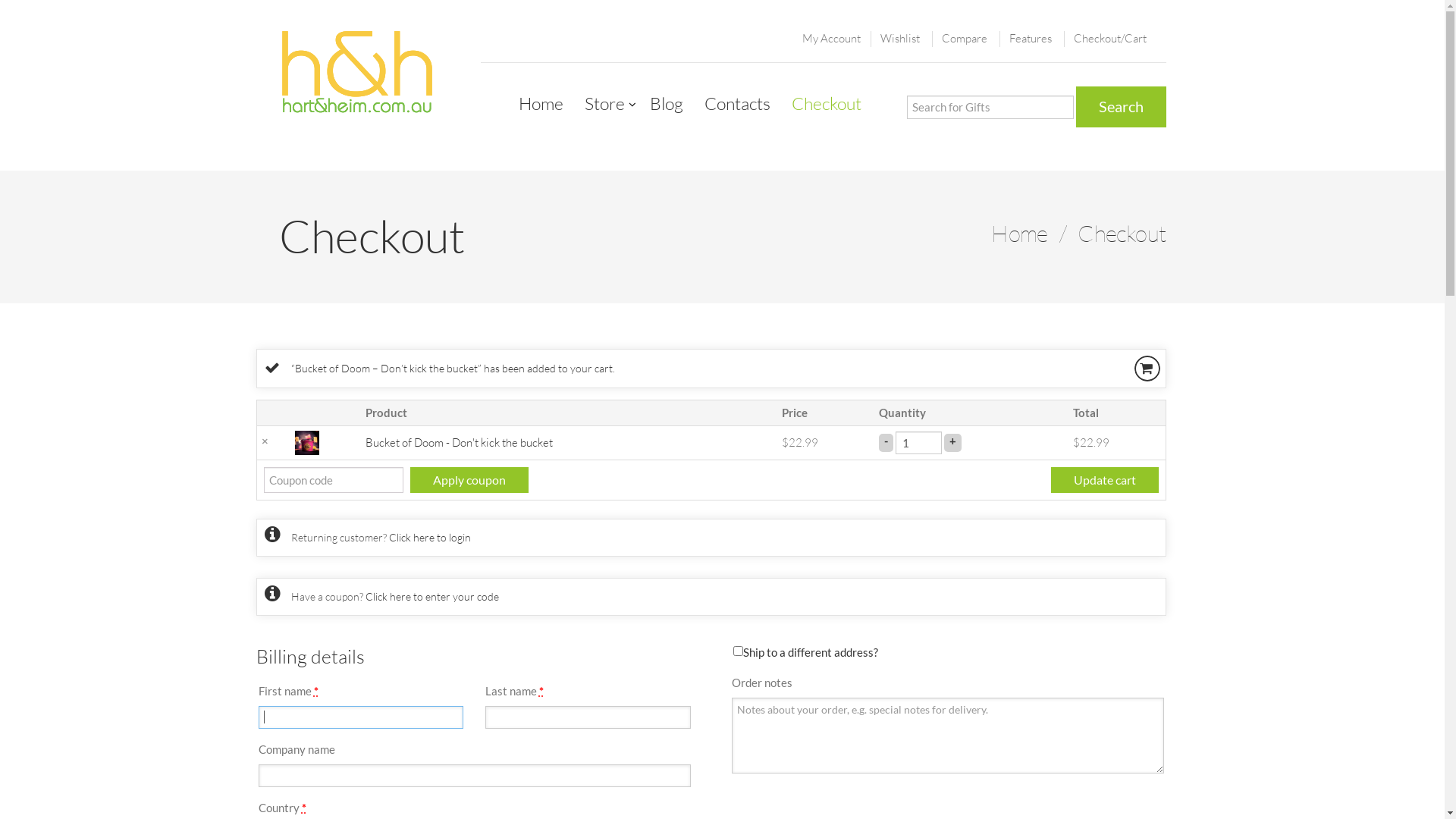 The height and width of the screenshot is (819, 1456). What do you see at coordinates (964, 37) in the screenshot?
I see `'Compare'` at bounding box center [964, 37].